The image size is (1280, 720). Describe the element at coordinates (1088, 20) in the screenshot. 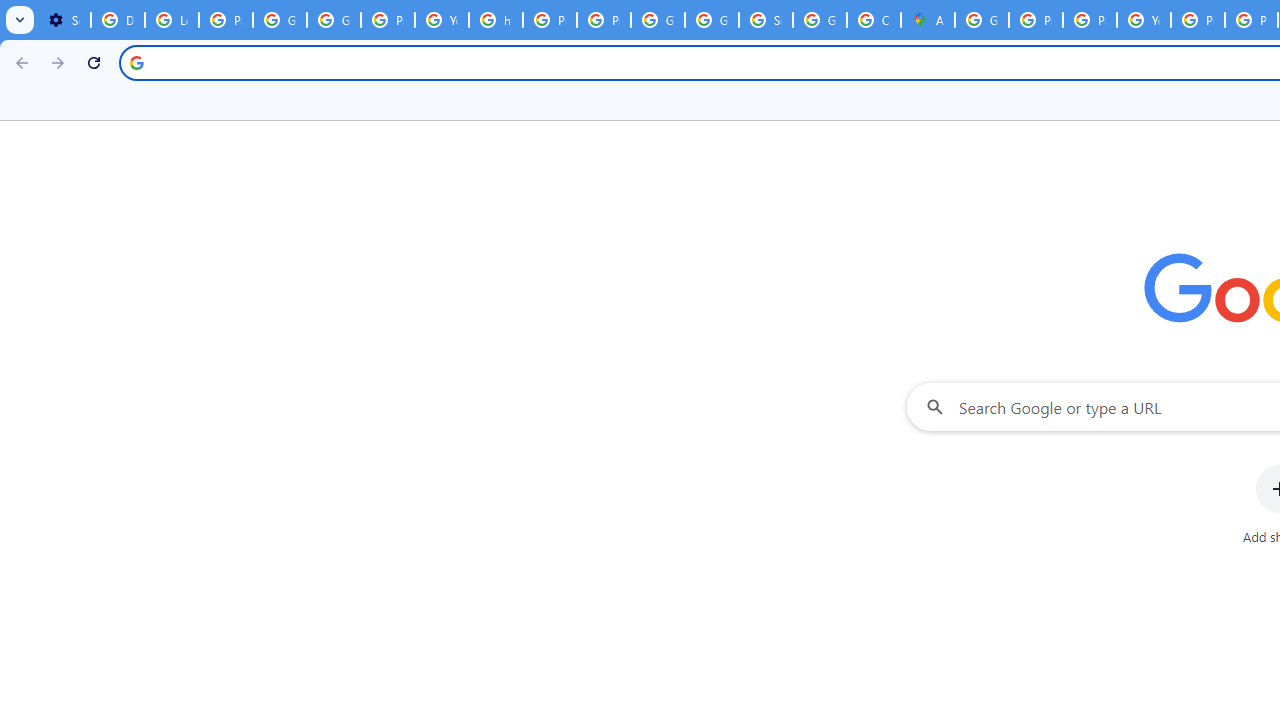

I see `'Privacy Help Center - Policies Help'` at that location.